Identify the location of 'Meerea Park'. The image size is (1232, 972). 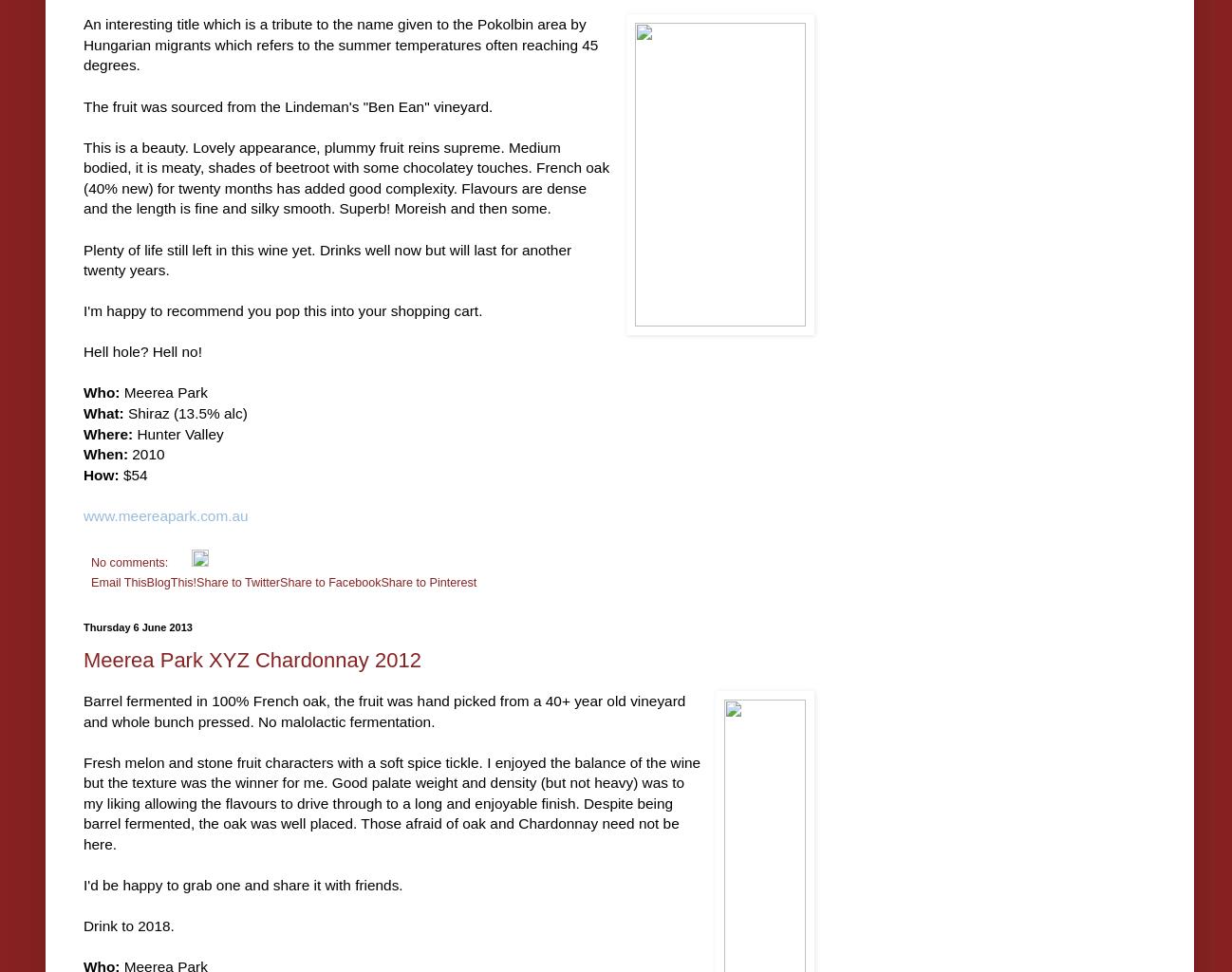
(161, 391).